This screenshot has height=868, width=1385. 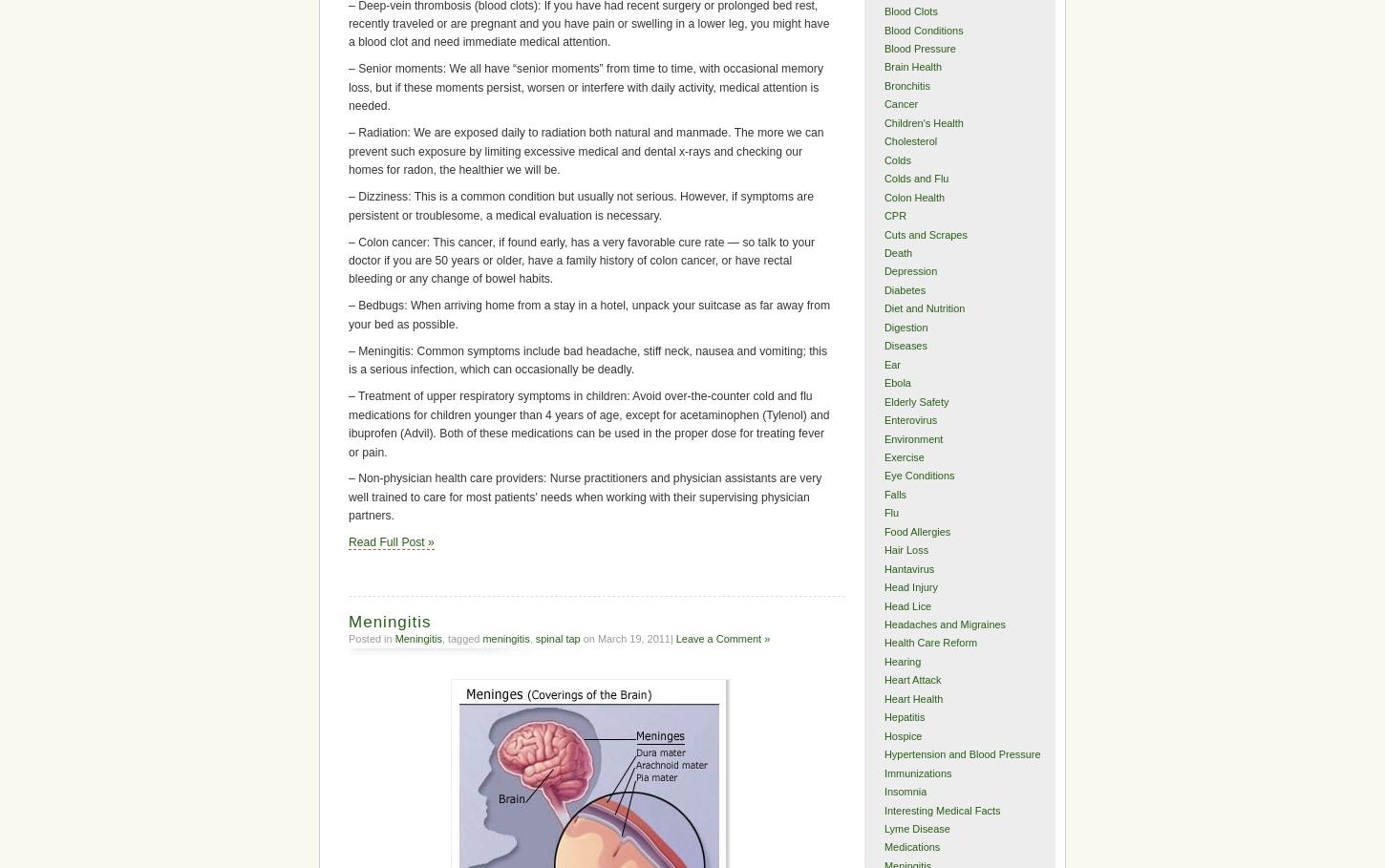 What do you see at coordinates (913, 196) in the screenshot?
I see `'Colon Health'` at bounding box center [913, 196].